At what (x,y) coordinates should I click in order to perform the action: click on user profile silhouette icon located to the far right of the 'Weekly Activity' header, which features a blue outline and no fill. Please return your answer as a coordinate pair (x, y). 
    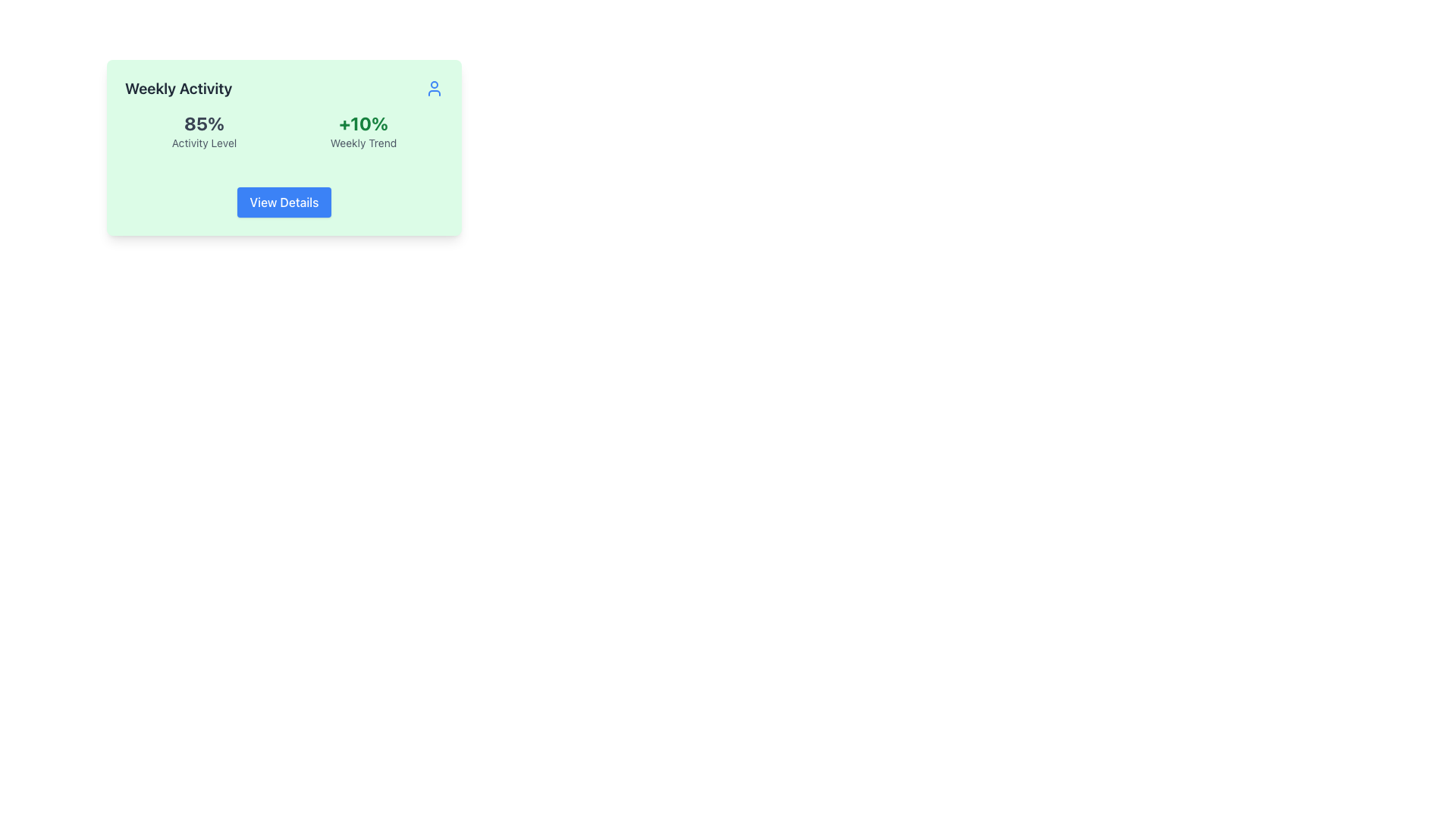
    Looking at the image, I should click on (433, 88).